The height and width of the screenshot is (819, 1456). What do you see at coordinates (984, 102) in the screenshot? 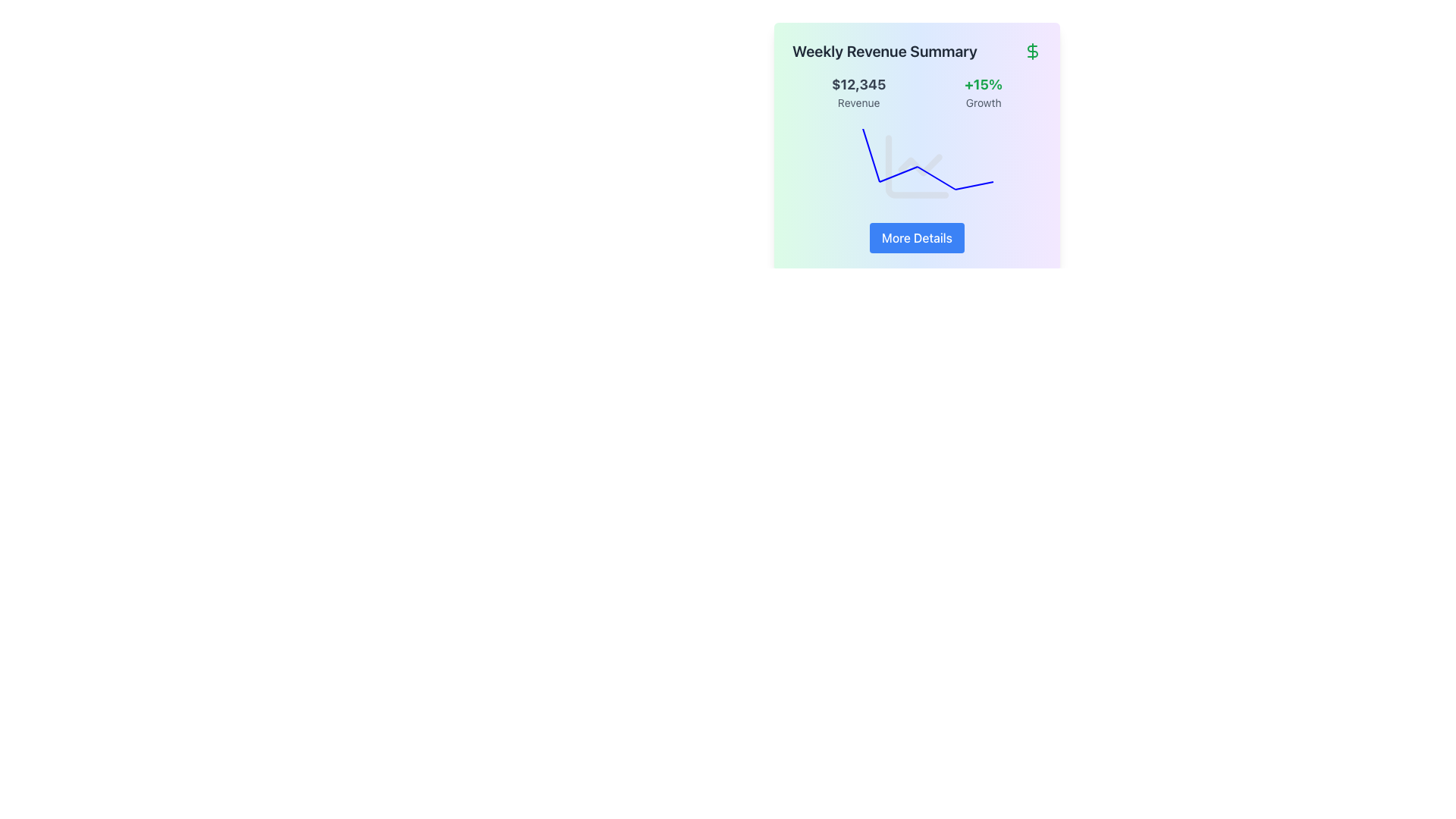
I see `the text label displaying the word 'Growth', which is styled in a small gray font and located below the '+15%' percentage text in the top-right corner of the card layout` at bounding box center [984, 102].